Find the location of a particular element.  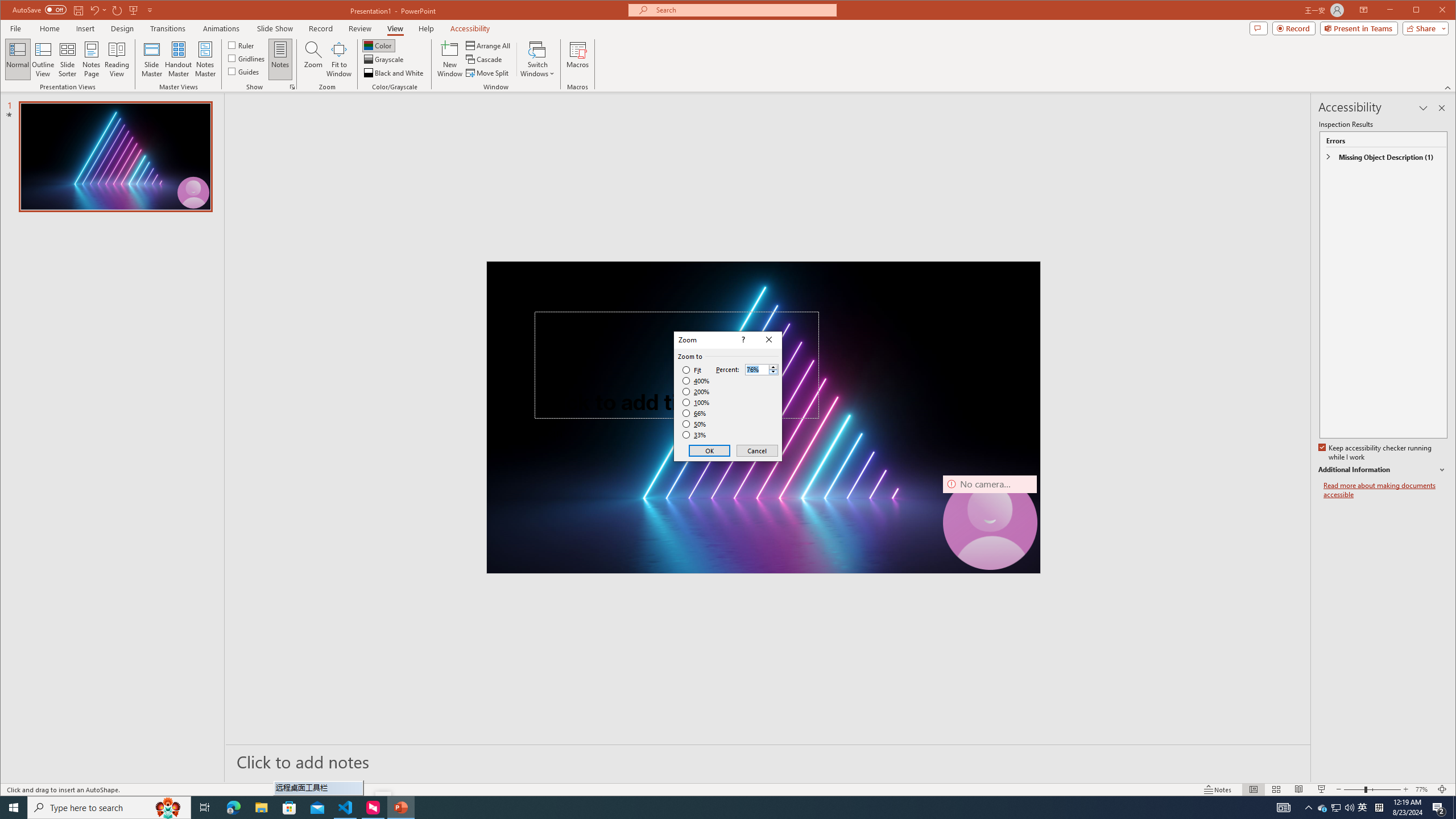

'Notes Page' is located at coordinates (91, 59).